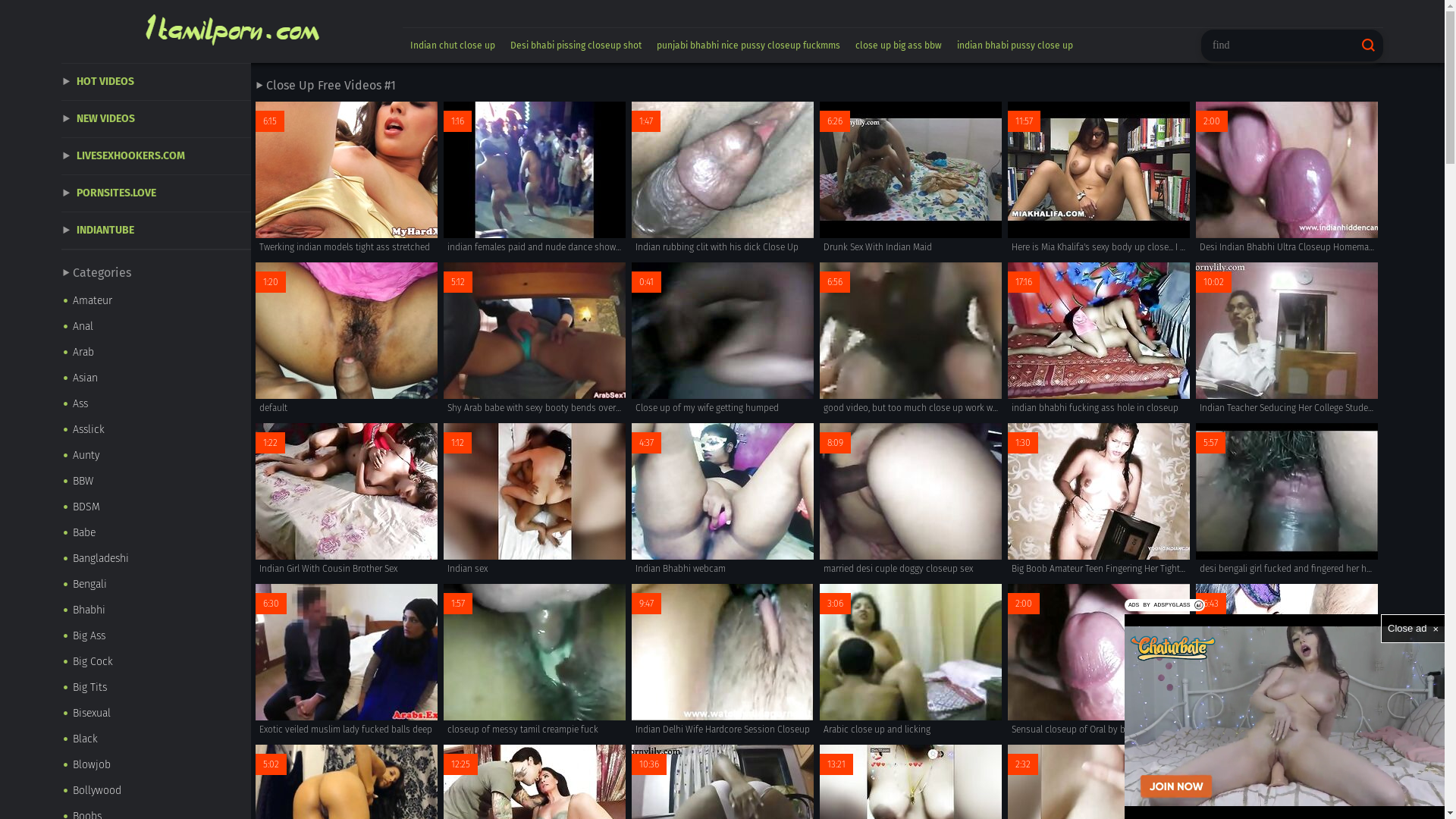 The height and width of the screenshot is (819, 1456). I want to click on '1:12, so click(535, 500).